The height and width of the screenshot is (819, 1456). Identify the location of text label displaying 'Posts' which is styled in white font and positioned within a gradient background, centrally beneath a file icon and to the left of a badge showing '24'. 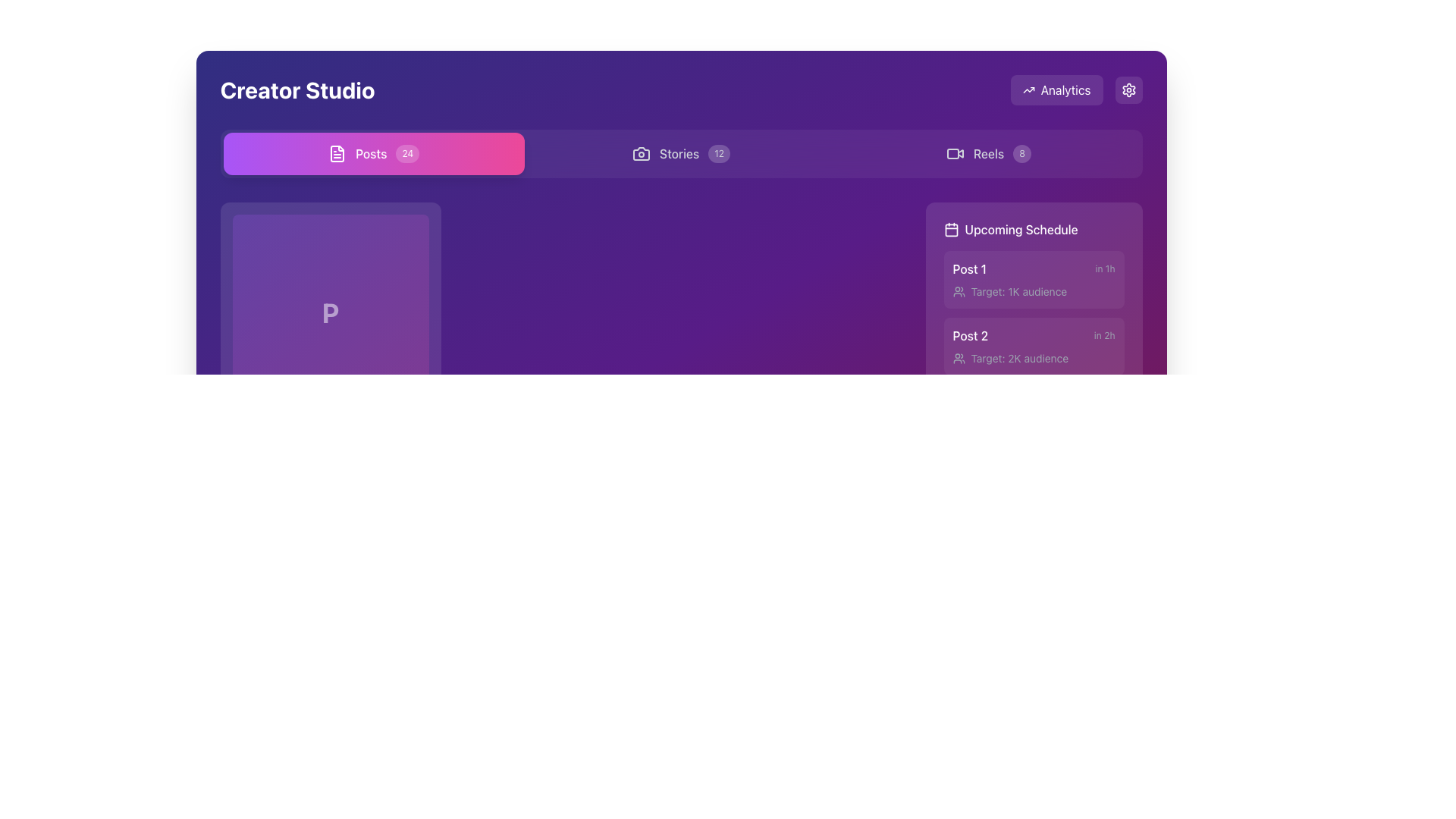
(371, 154).